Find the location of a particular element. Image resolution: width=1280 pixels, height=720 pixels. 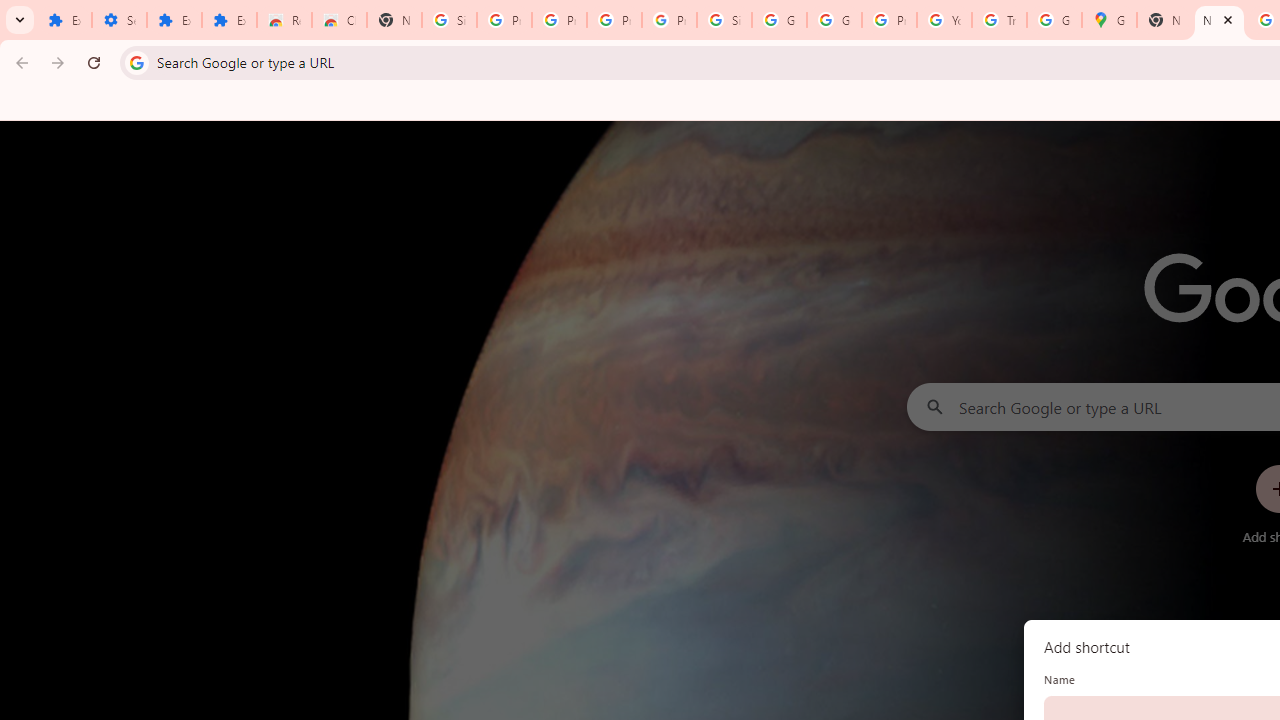

'Settings' is located at coordinates (118, 20).